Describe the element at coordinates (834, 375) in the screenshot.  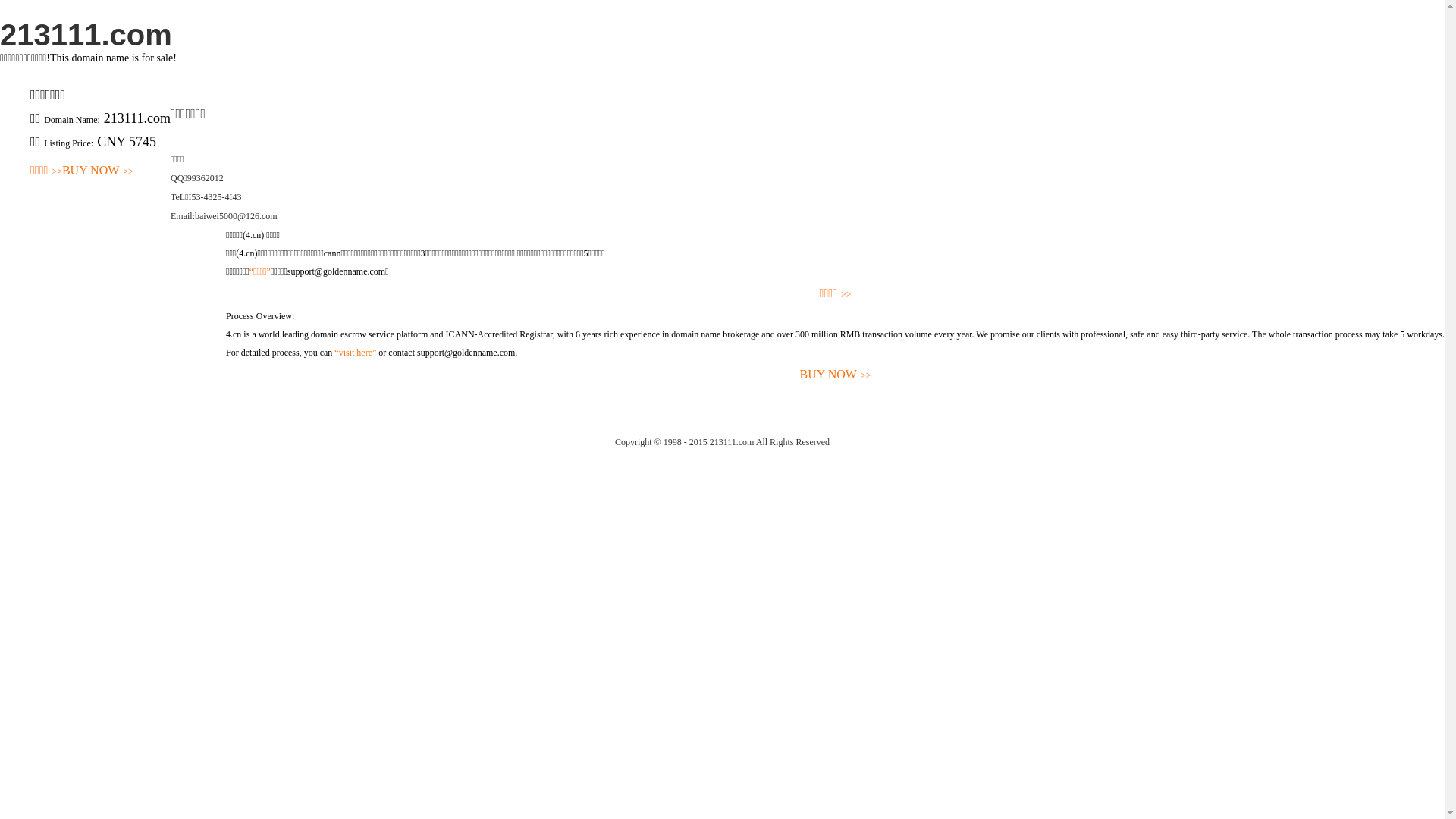
I see `'BUY NOW>>'` at that location.